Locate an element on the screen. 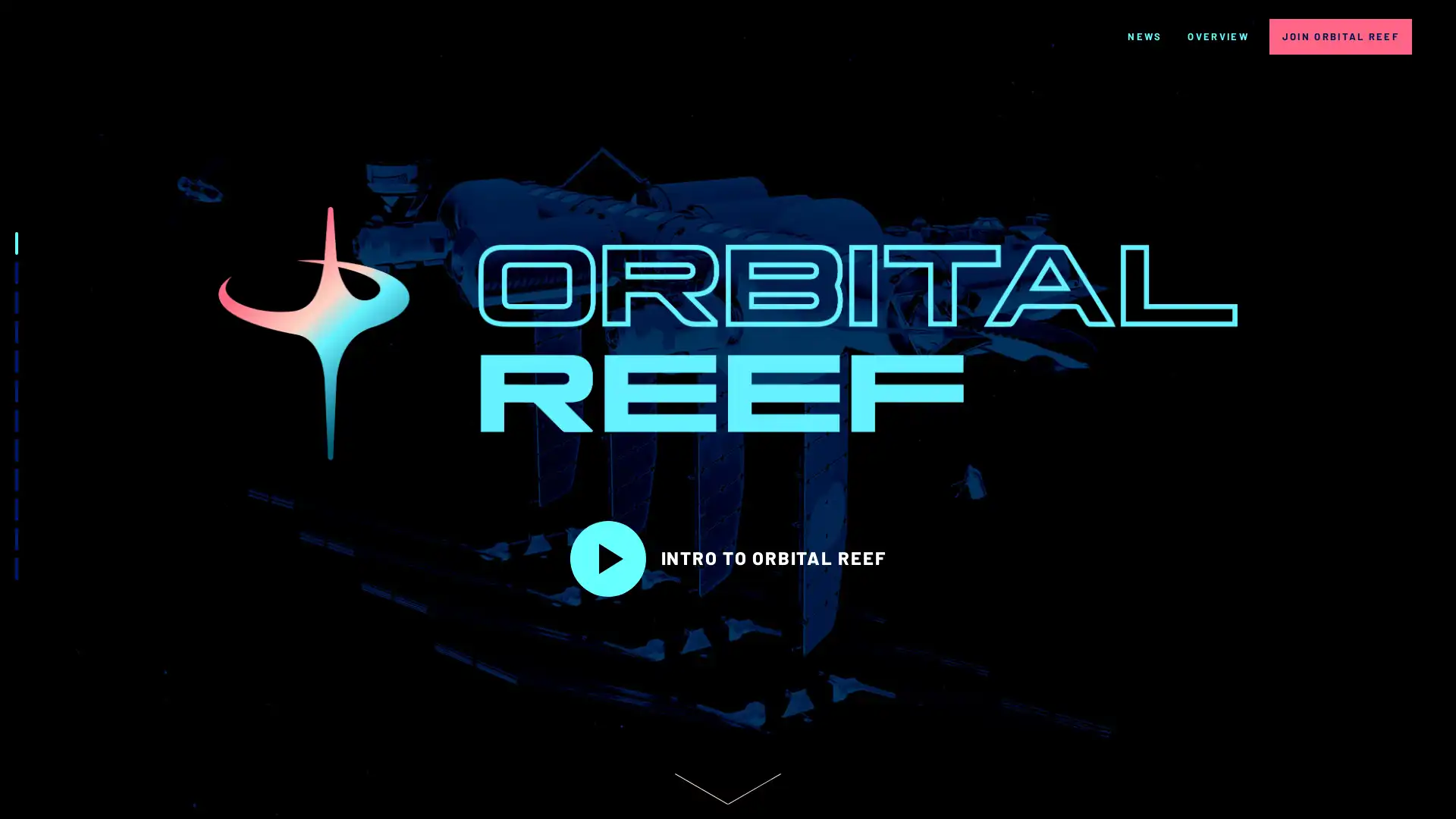  NEWS is located at coordinates (1144, 36).